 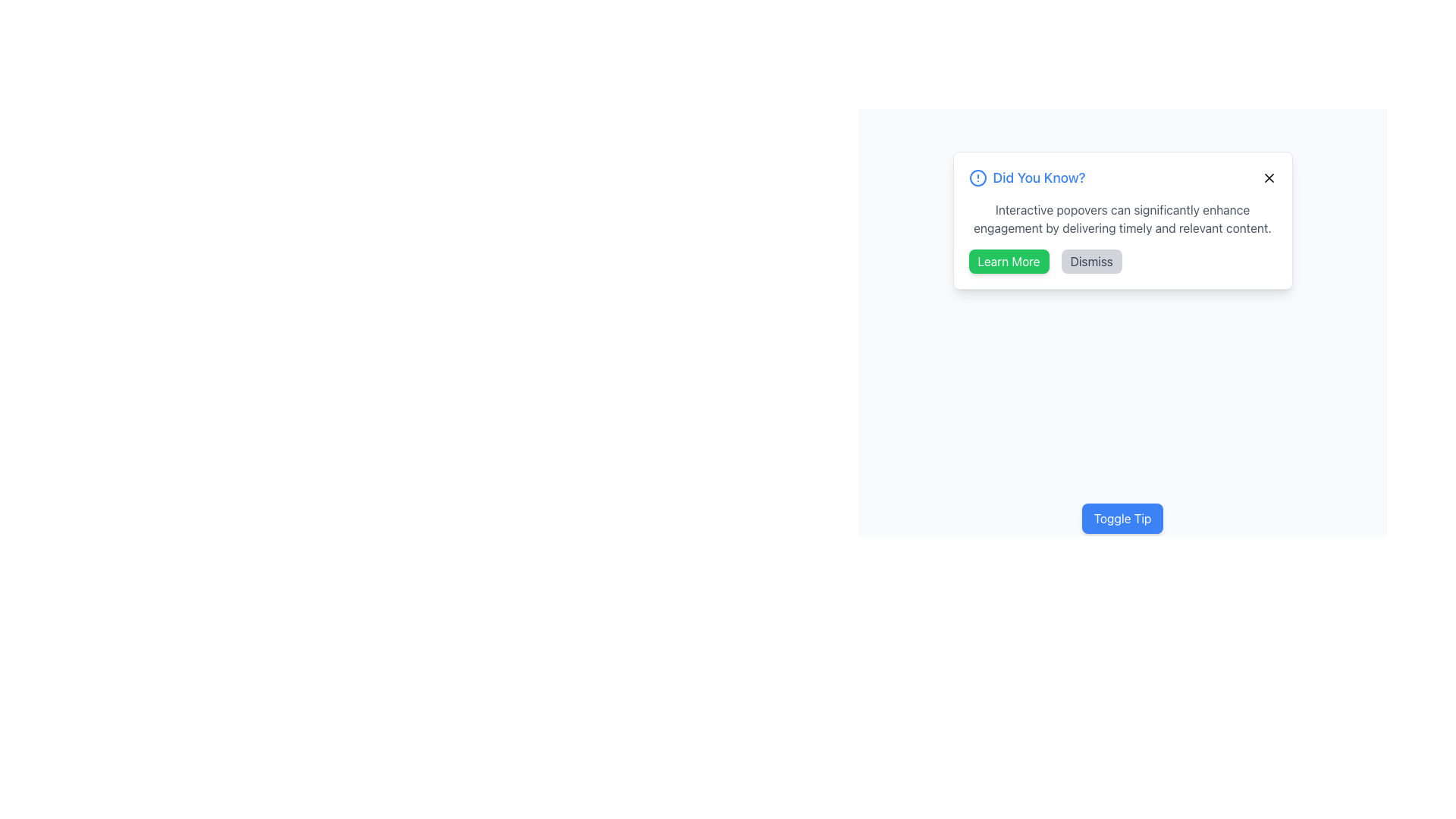 I want to click on the 'Dismiss' button located in the bottom-most part of the modal dialog box titled 'Did You Know?', which contains two horizontally aligned buttons: a green 'Learn More' button and a gray 'Dismiss' button, so click(x=1122, y=260).